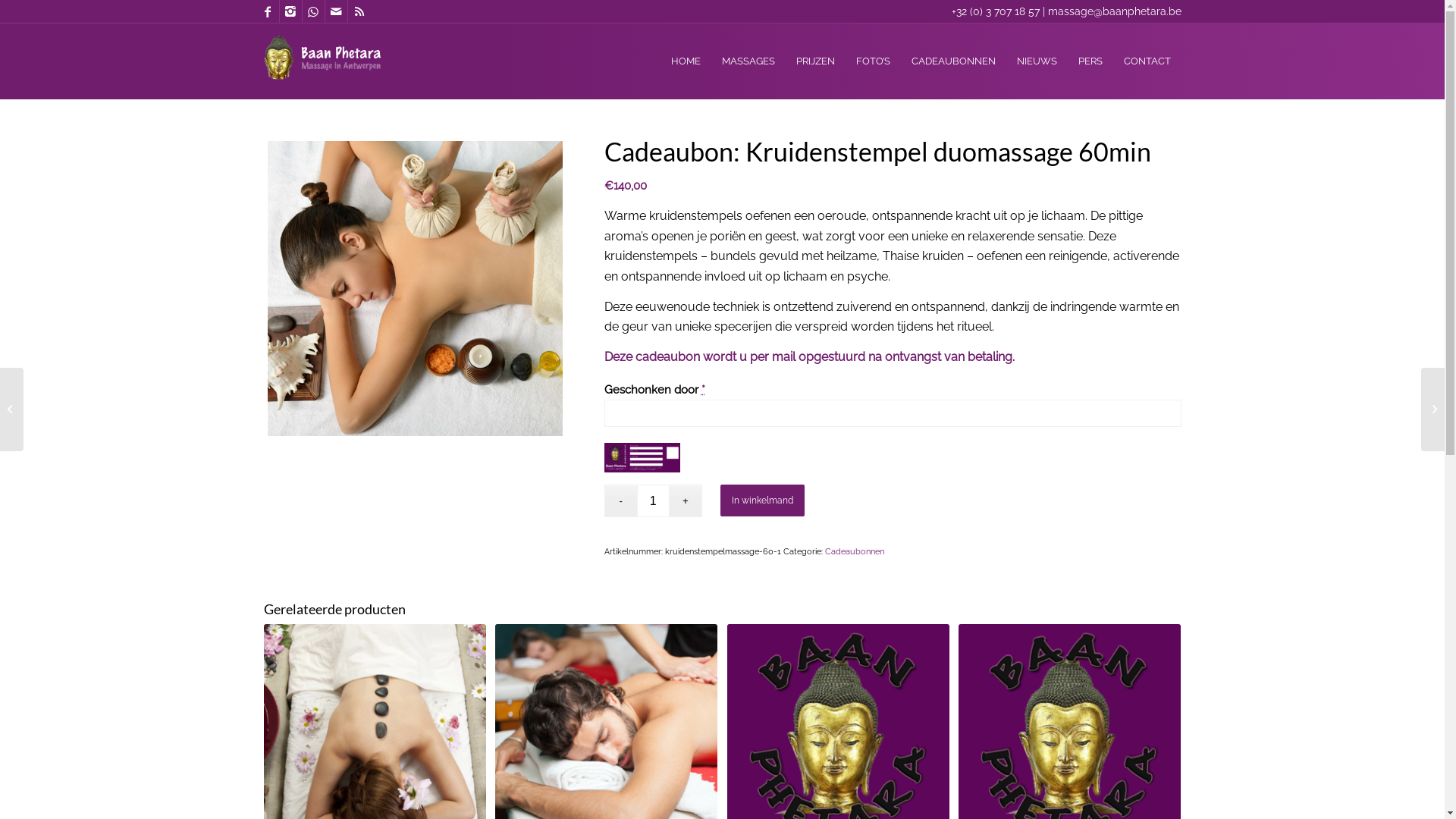 This screenshot has width=1456, height=819. Describe the element at coordinates (1035, 61) in the screenshot. I see `'NIEUWS'` at that location.